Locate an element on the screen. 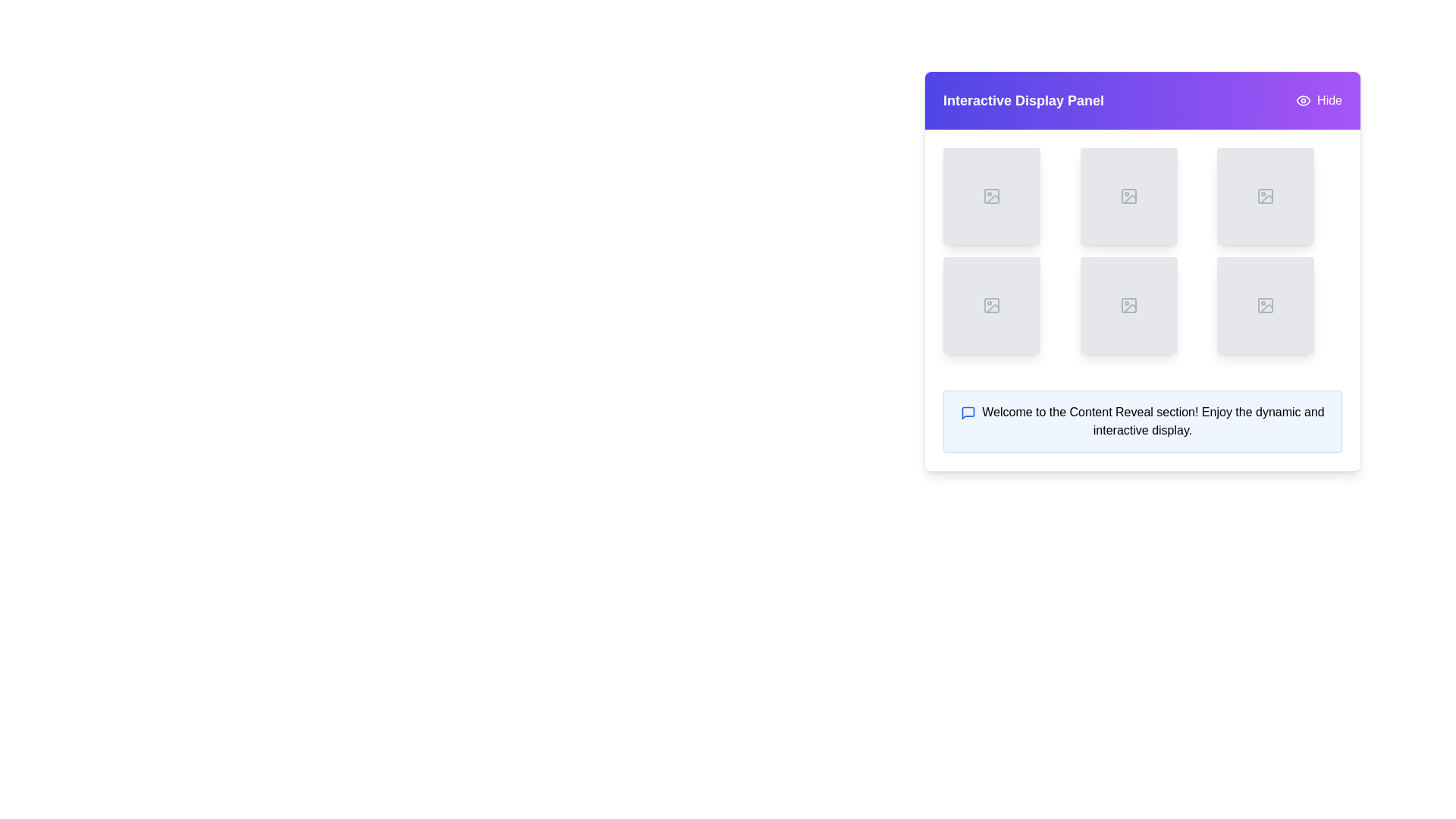  the decorative shape within the image placeholder icon located in the top-right grid cell of the 2x3 grid in the purple 'Interactive Display Panel' is located at coordinates (1266, 195).